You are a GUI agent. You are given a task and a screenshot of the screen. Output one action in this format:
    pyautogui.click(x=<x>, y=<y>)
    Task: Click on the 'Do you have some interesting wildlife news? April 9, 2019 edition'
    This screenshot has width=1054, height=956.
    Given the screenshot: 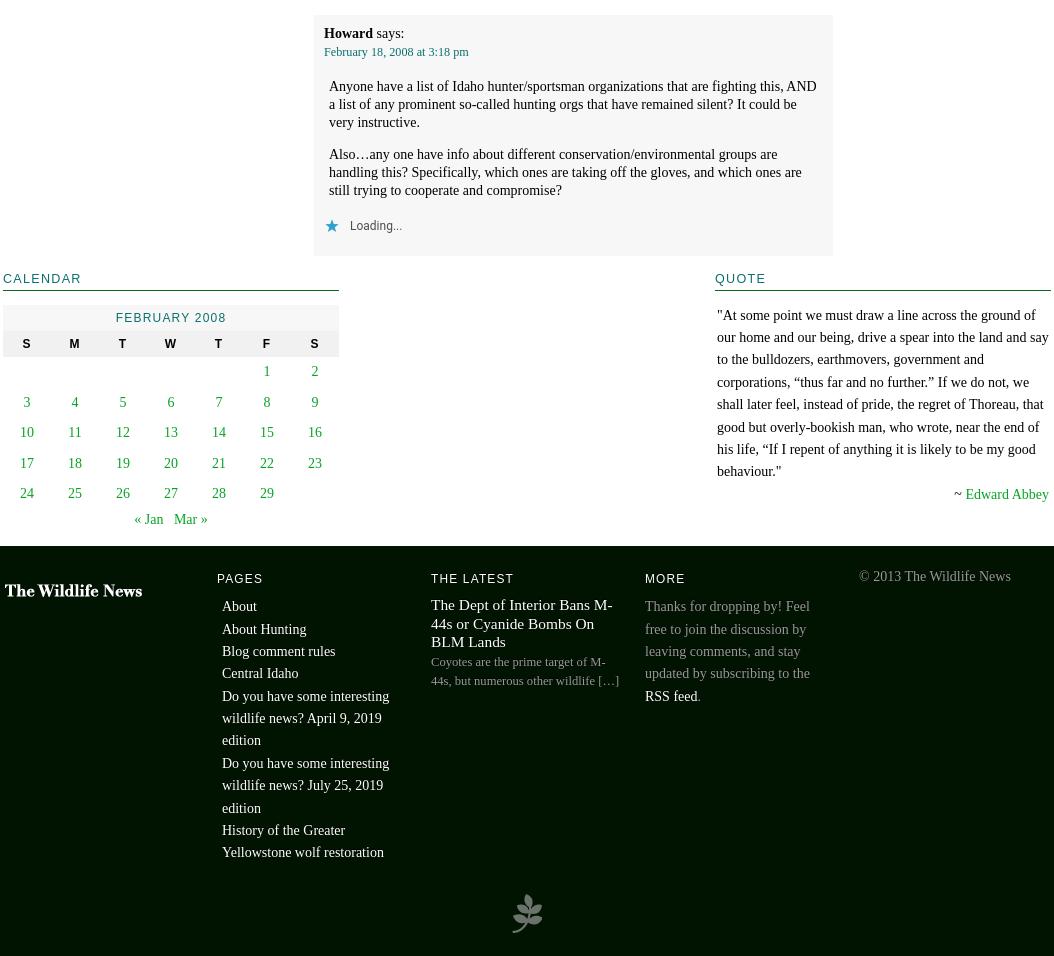 What is the action you would take?
    pyautogui.click(x=221, y=717)
    